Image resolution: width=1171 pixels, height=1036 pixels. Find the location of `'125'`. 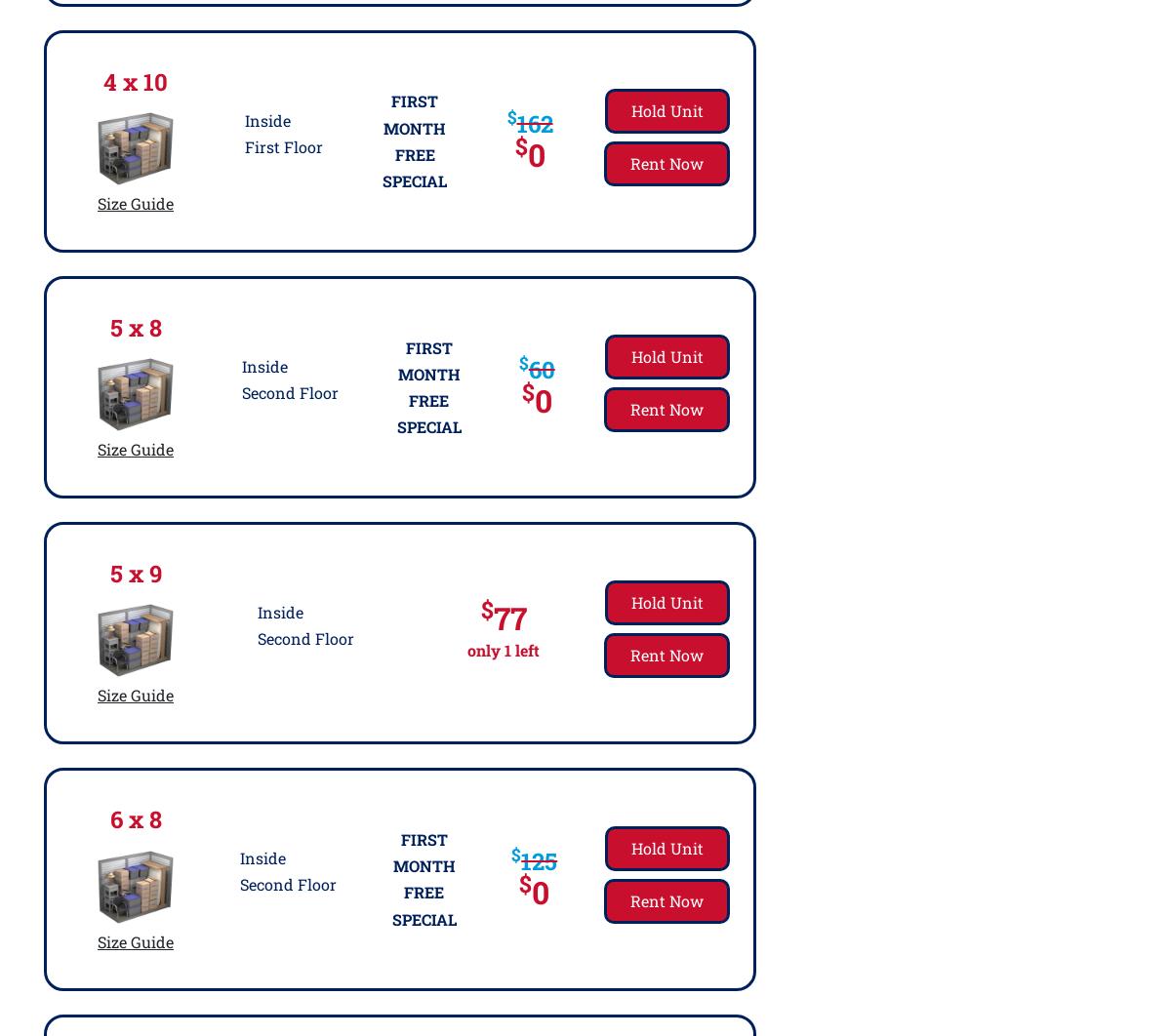

'125' is located at coordinates (538, 860).